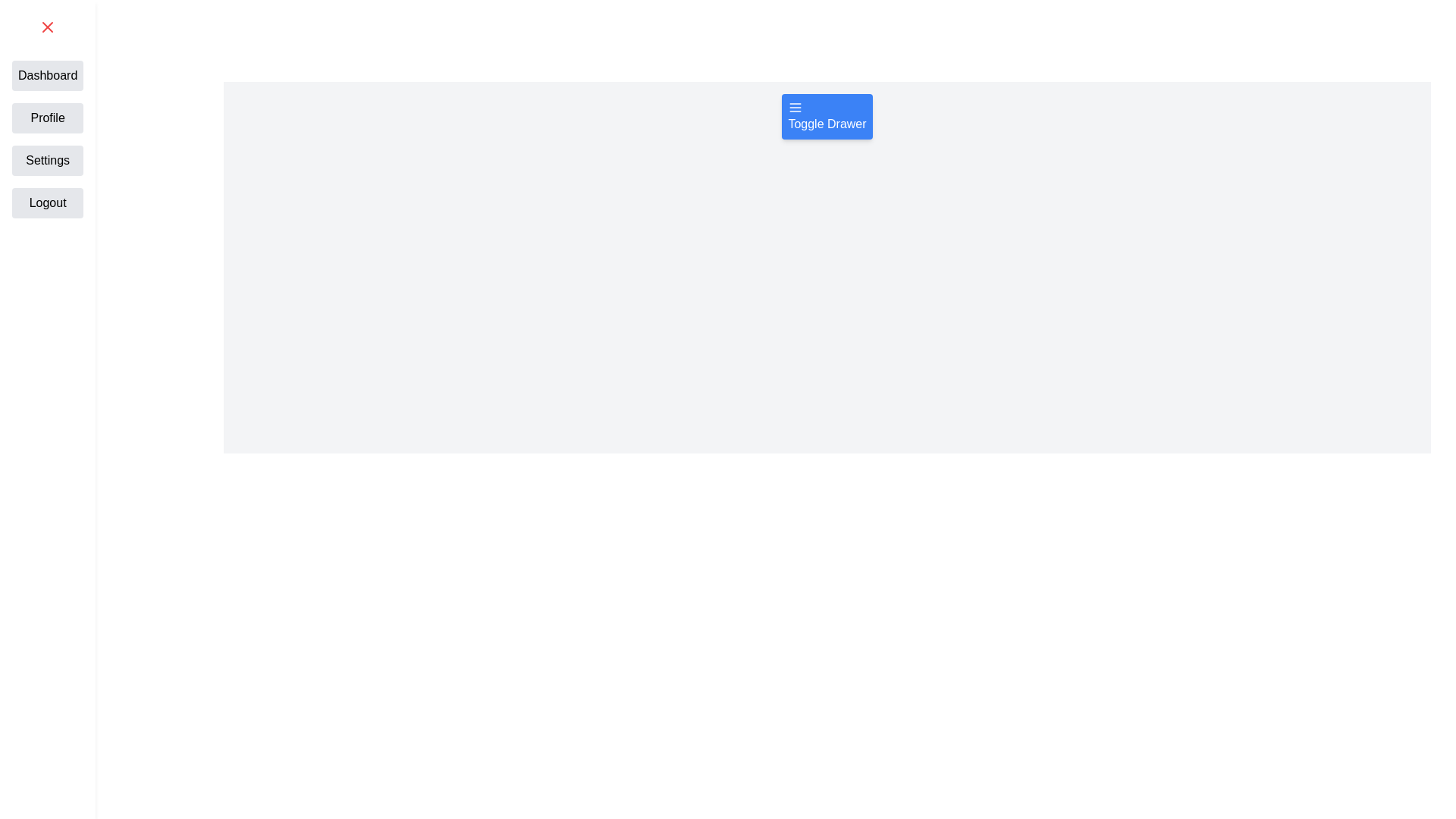  Describe the element at coordinates (47, 27) in the screenshot. I see `the red 'X' button in the top-left corner to close the drawer` at that location.